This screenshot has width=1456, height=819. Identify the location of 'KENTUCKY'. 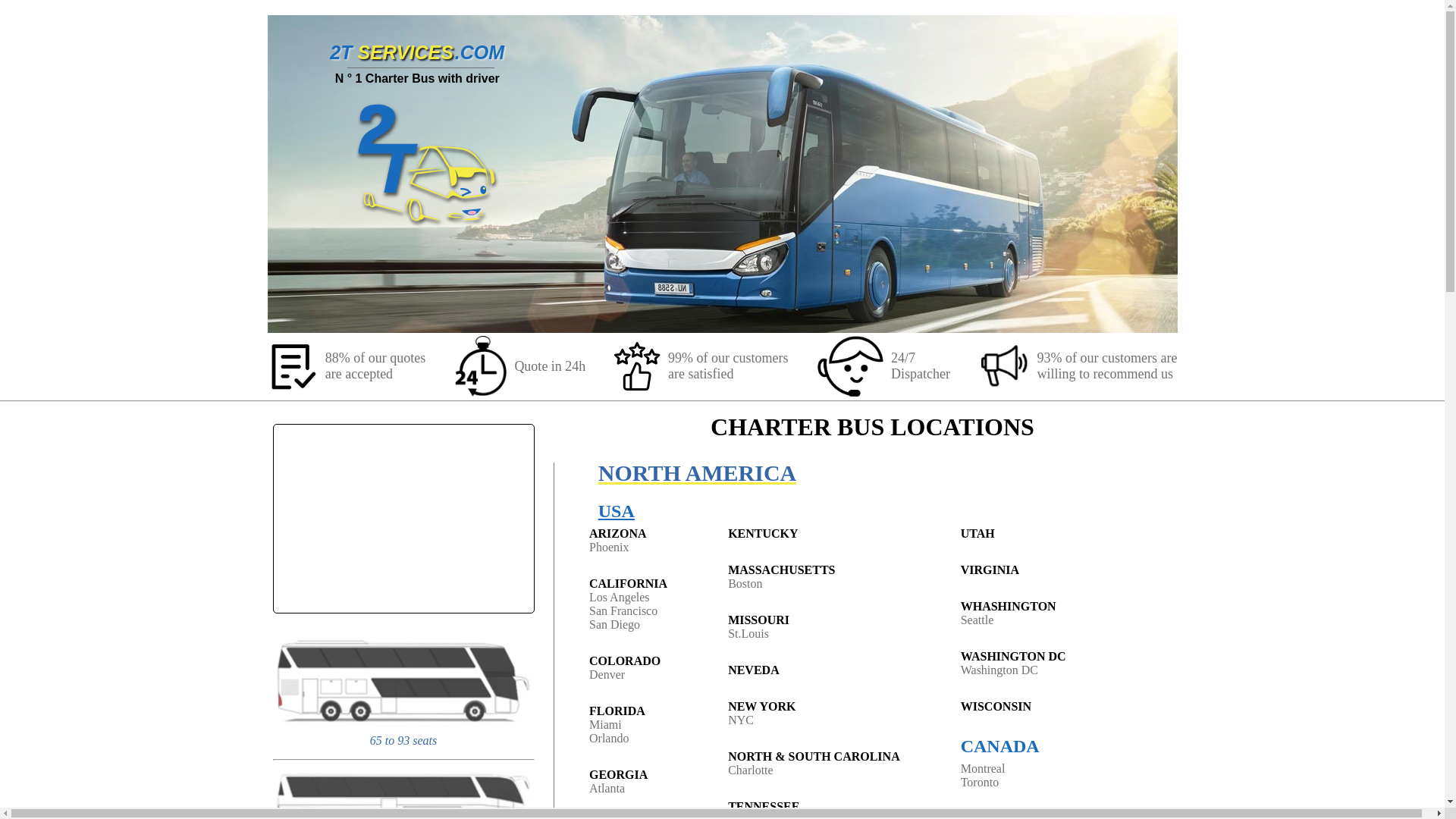
(763, 532).